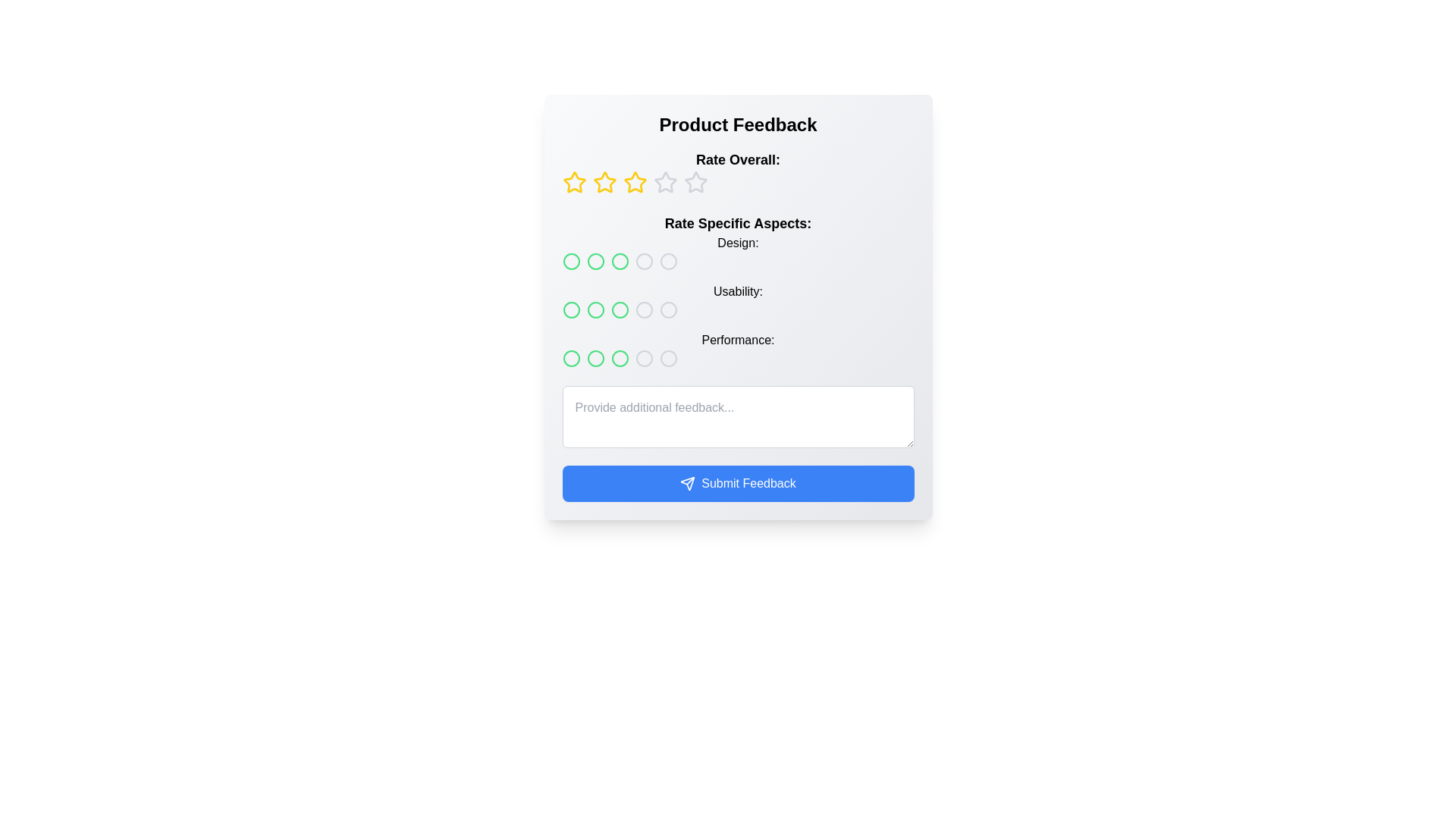 The width and height of the screenshot is (1456, 819). I want to click on the second interactive green circle in the 'Rate Specific Aspects: Design' row, so click(620, 260).